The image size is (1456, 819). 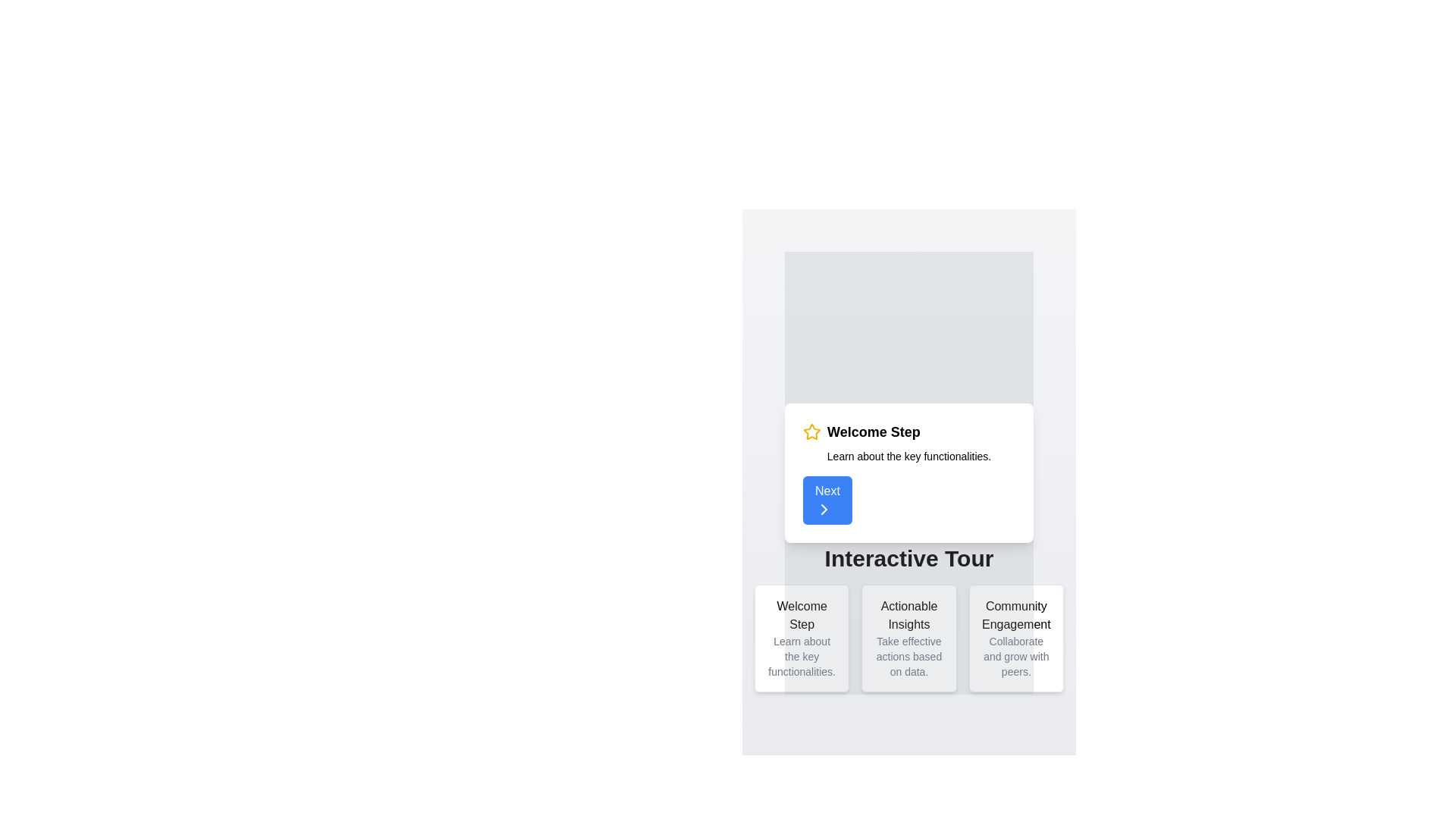 I want to click on the rightward-pointing chevron icon within the blue 'Next' button, so click(x=823, y=509).